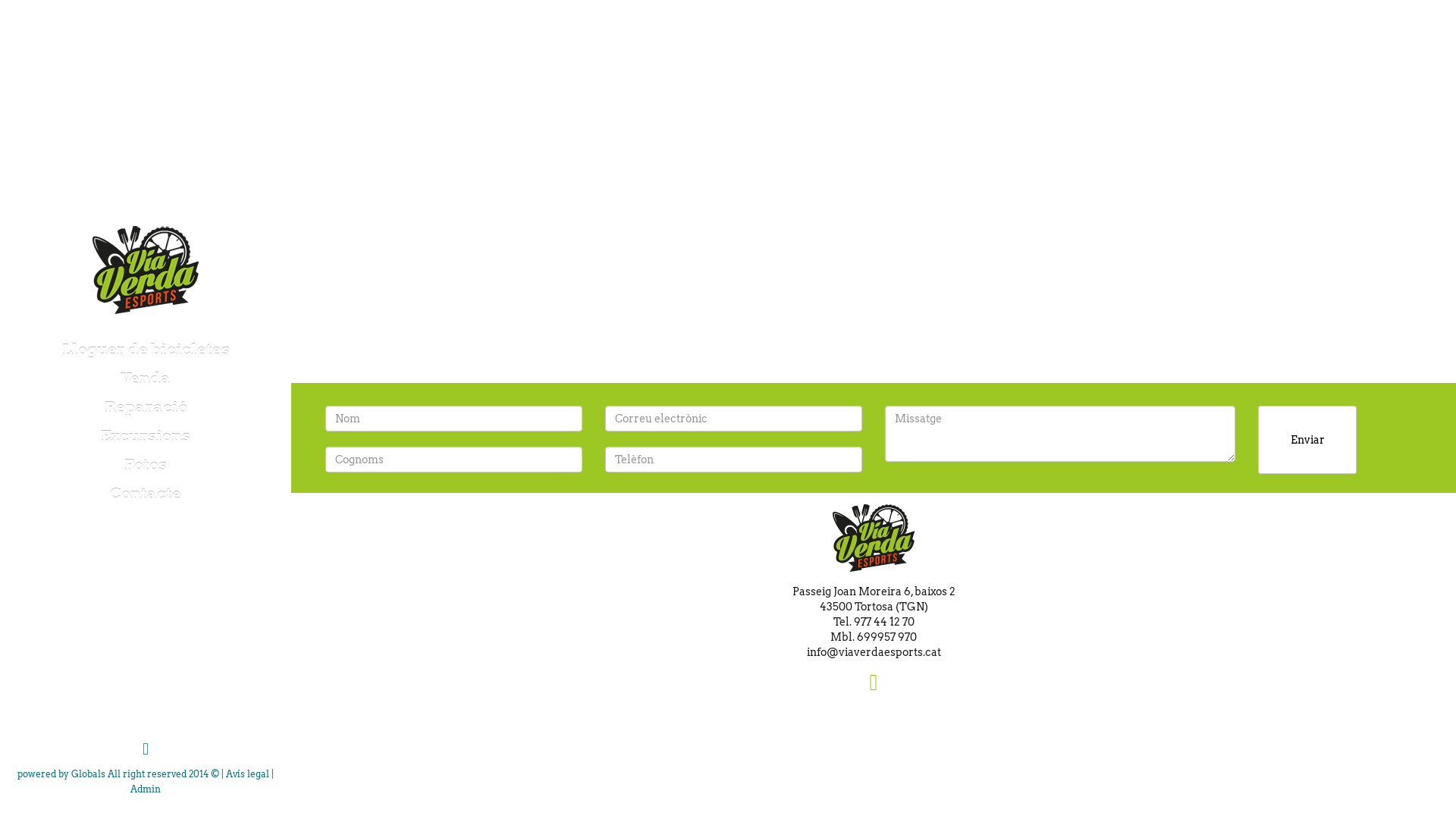 The height and width of the screenshot is (819, 1456). What do you see at coordinates (146, 464) in the screenshot?
I see `'Fotos'` at bounding box center [146, 464].